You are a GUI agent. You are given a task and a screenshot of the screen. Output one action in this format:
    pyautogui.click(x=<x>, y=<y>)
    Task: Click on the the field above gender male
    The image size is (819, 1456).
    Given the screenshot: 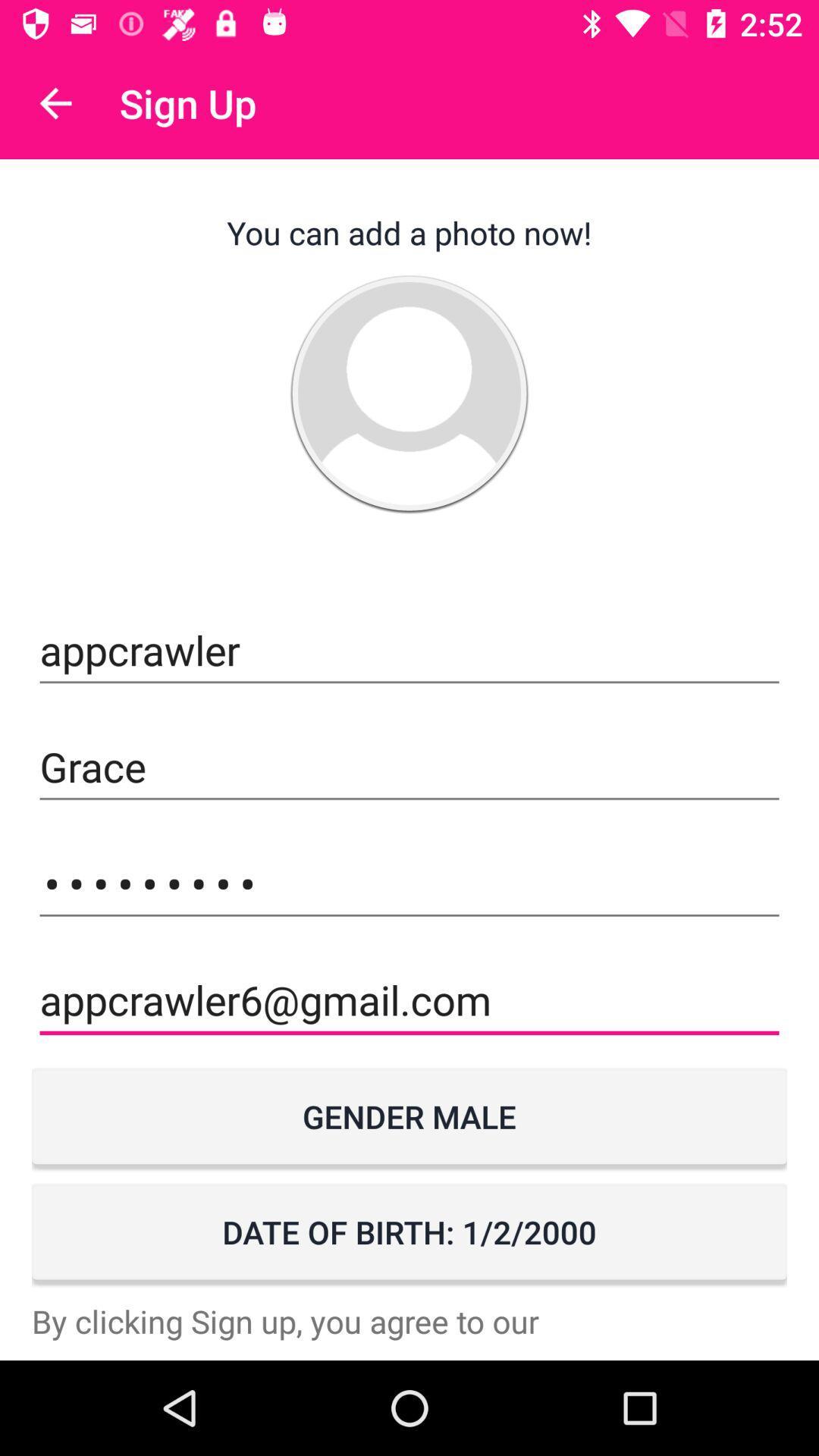 What is the action you would take?
    pyautogui.click(x=409, y=1000)
    